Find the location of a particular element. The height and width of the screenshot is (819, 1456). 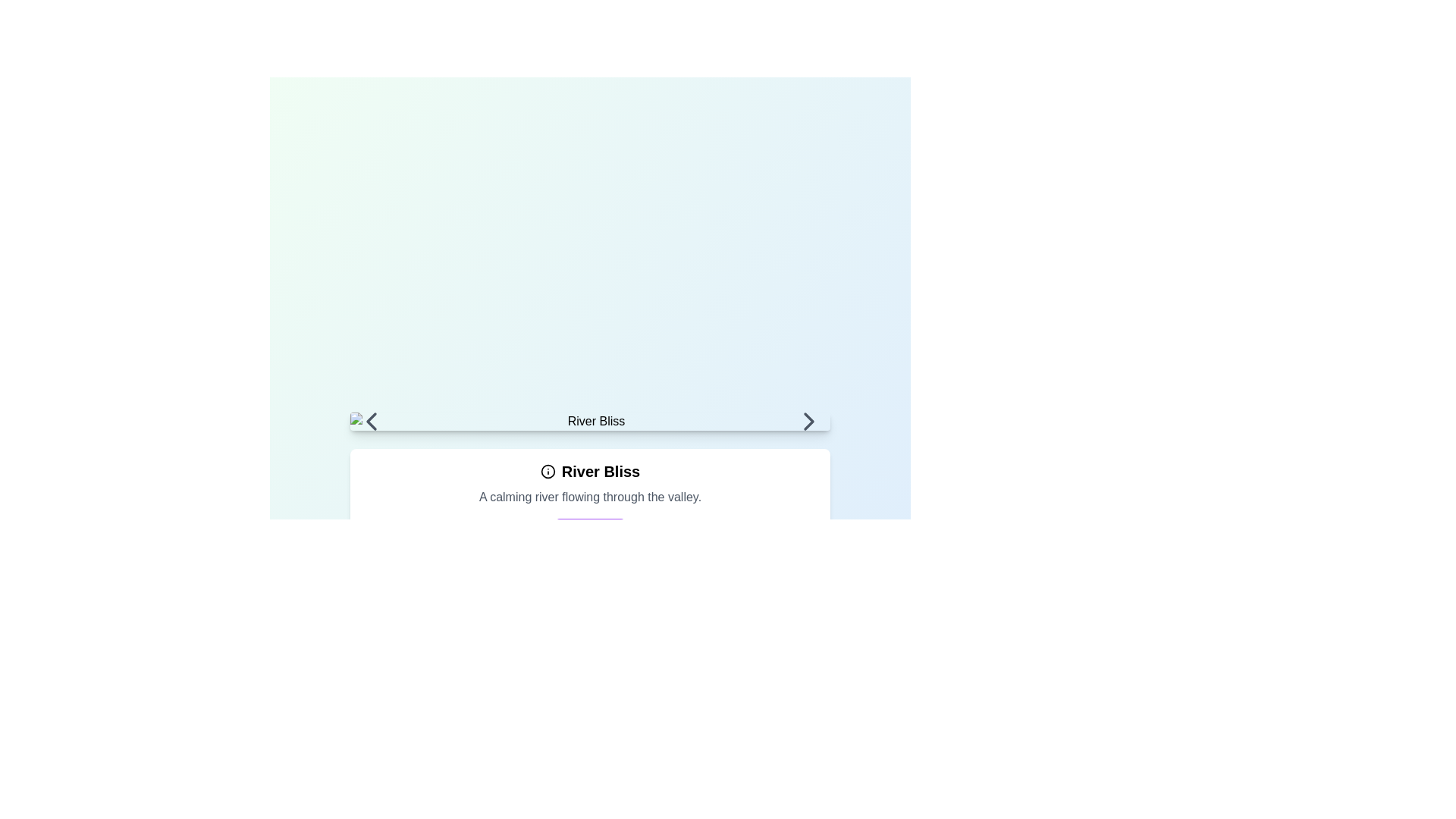

the TextBlock that reads 'A calming river flowing through the valley.' which is located below the heading 'River Bliss' and above the 'Like' button is located at coordinates (589, 497).